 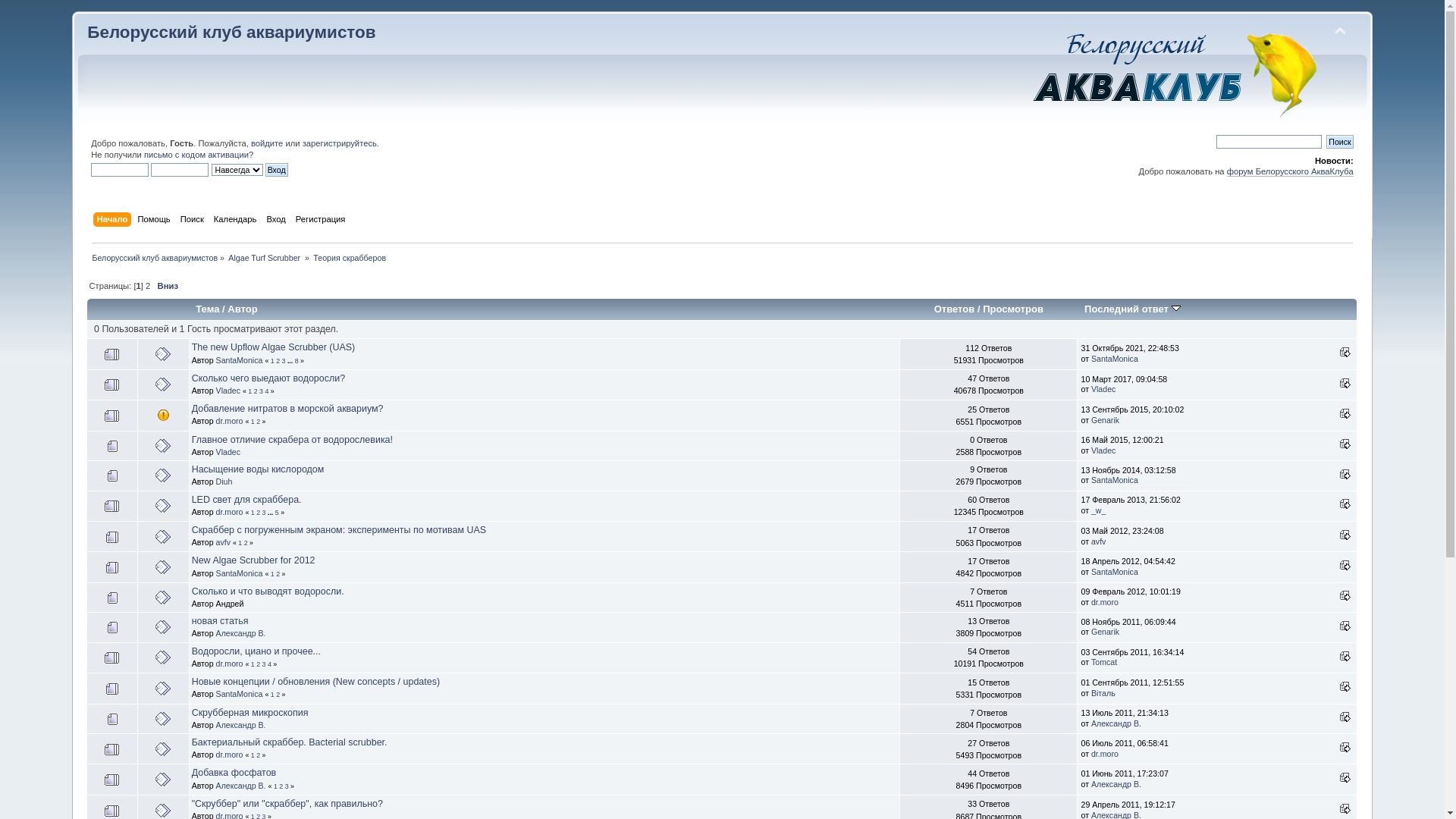 I want to click on 'Simple Machines Forum', so click(x=1174, y=72).